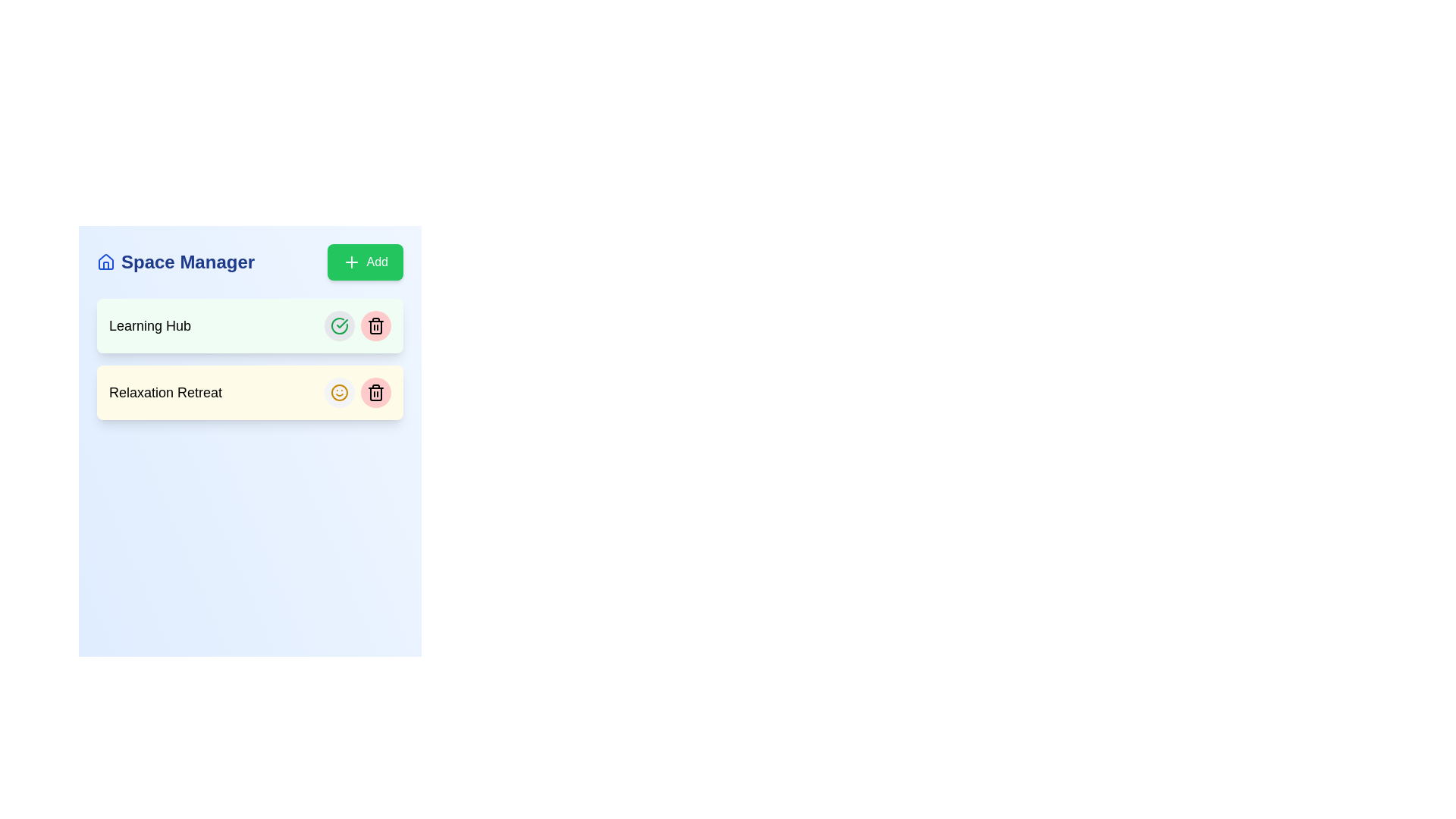 The height and width of the screenshot is (819, 1456). I want to click on the Header section labeled 'Space Manager', so click(250, 262).